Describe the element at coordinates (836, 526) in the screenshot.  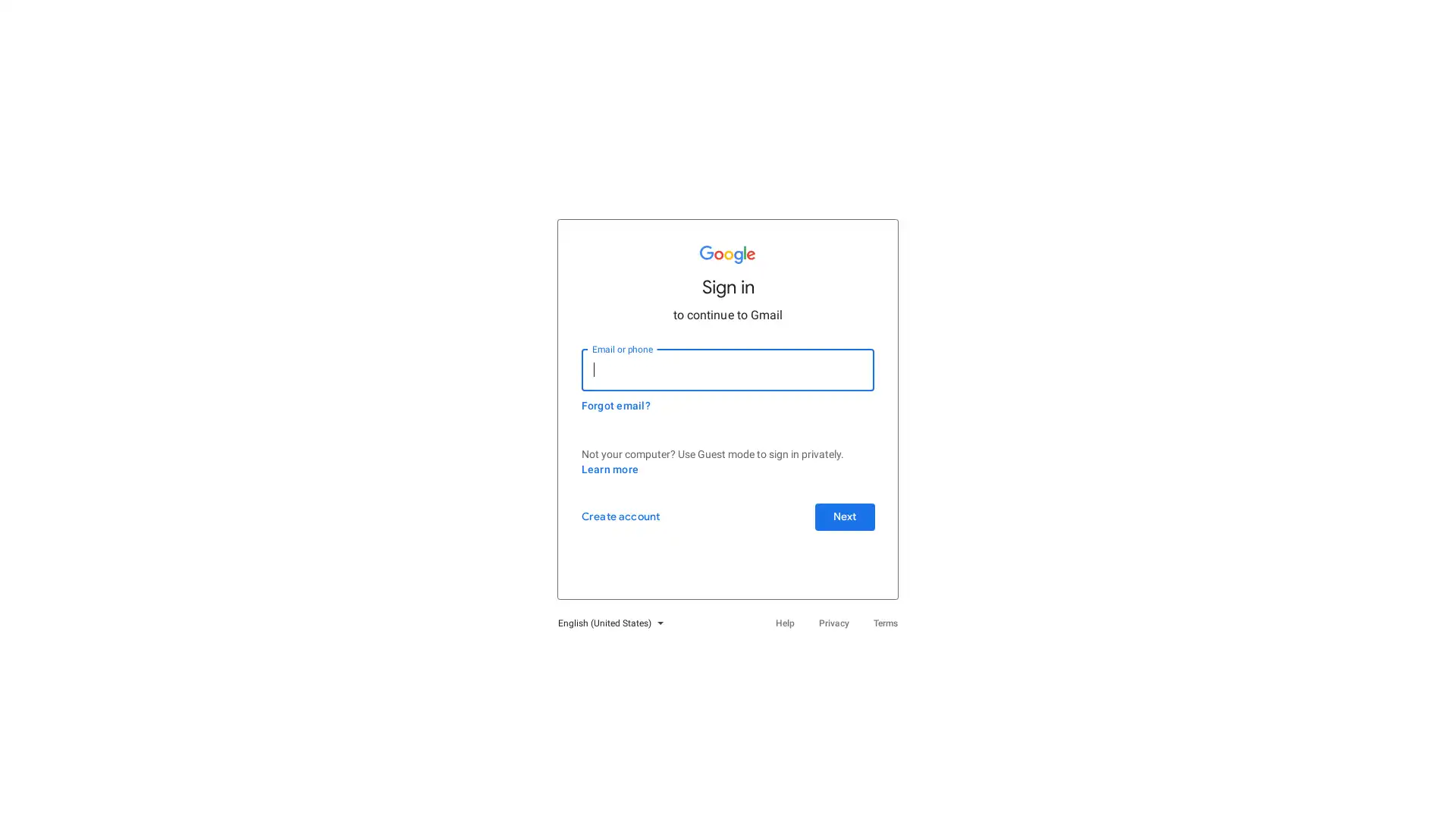
I see `Next` at that location.